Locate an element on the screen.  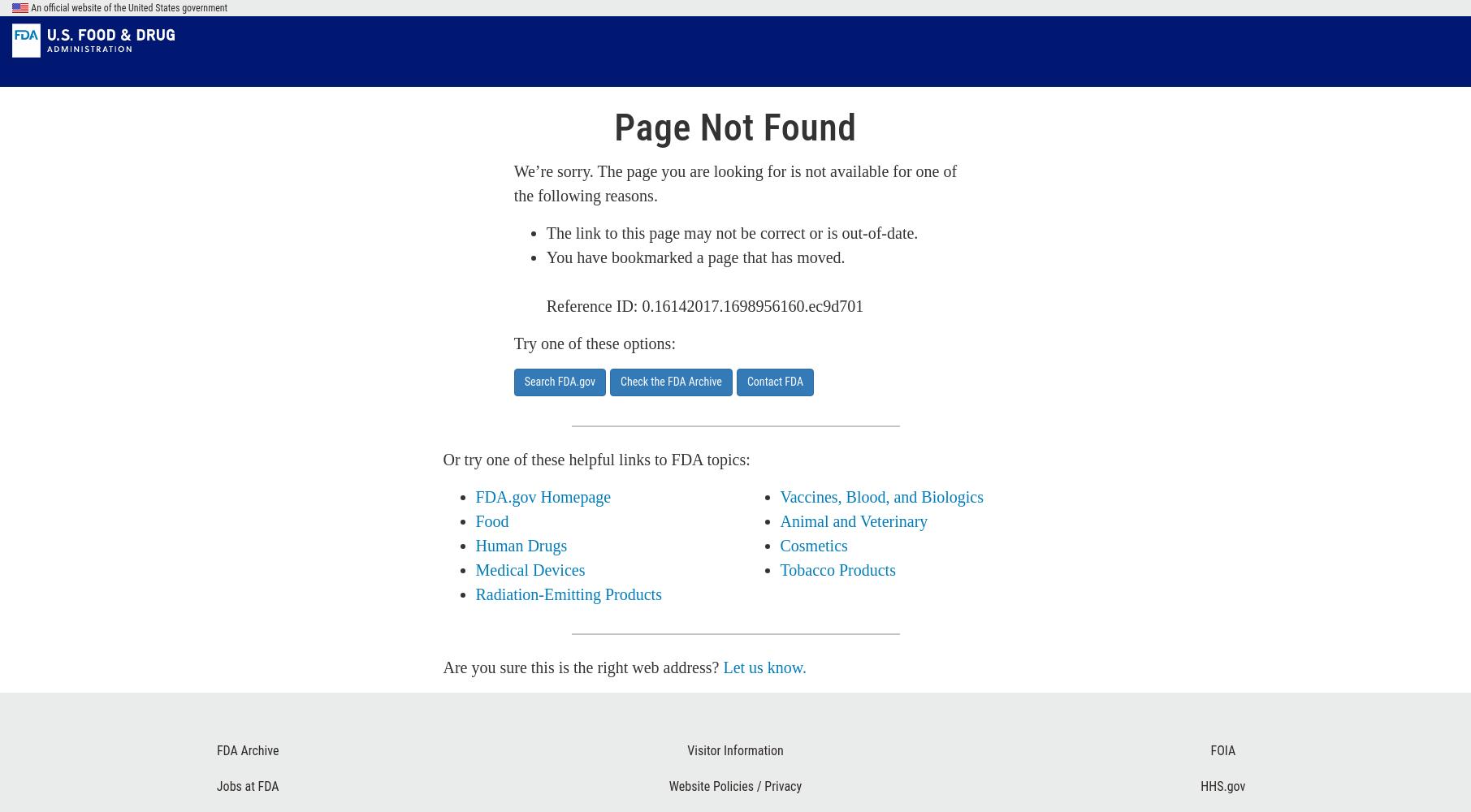
'Tobacco Products' is located at coordinates (837, 569).